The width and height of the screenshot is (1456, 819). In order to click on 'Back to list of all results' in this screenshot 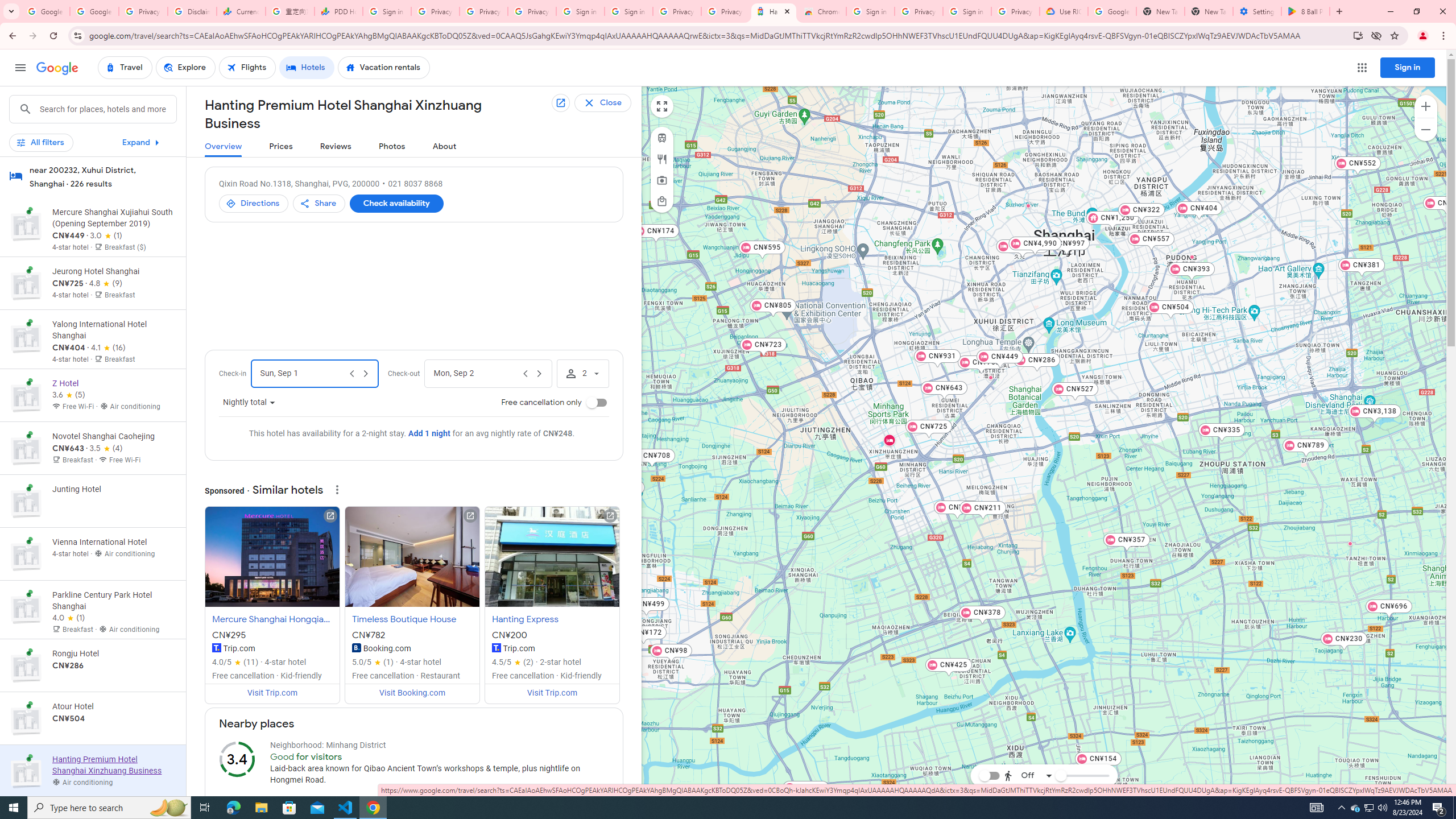, I will do `click(612, 102)`.